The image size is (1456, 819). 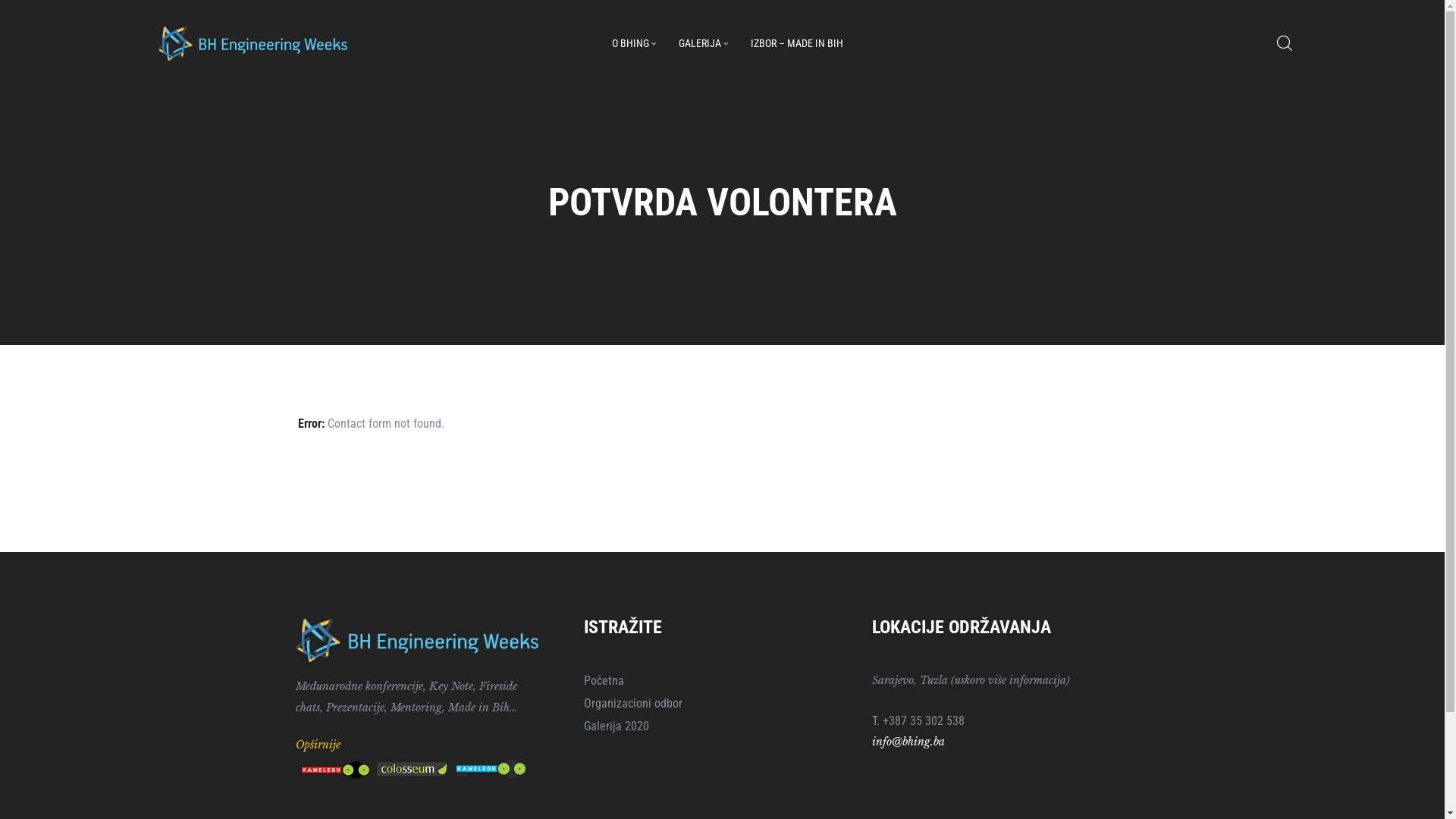 What do you see at coordinates (721, 704) in the screenshot?
I see `'Organizacioni odbor'` at bounding box center [721, 704].